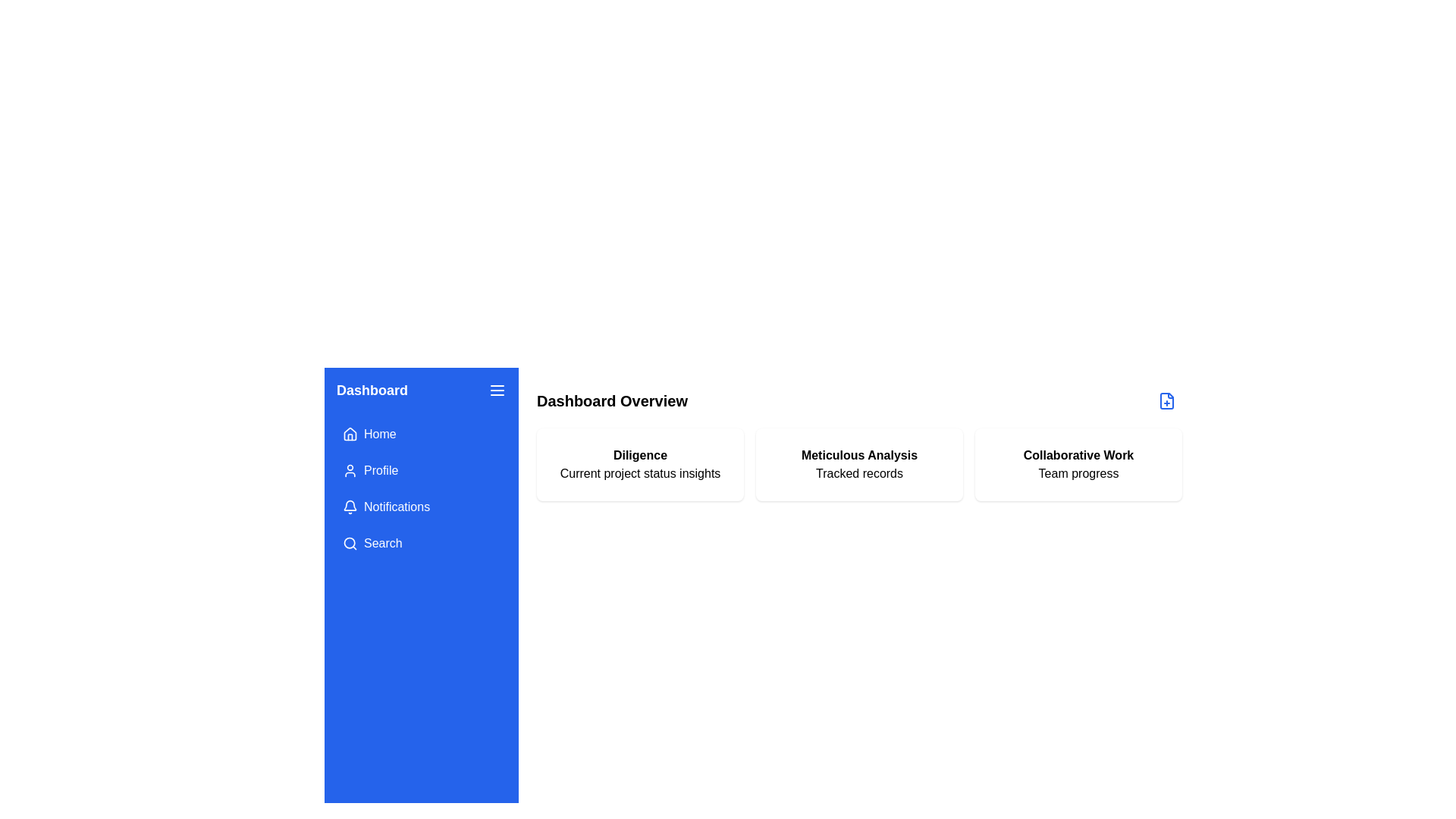  What do you see at coordinates (422, 390) in the screenshot?
I see `the title and status indicator component at the top of the vertical blue sidebar` at bounding box center [422, 390].